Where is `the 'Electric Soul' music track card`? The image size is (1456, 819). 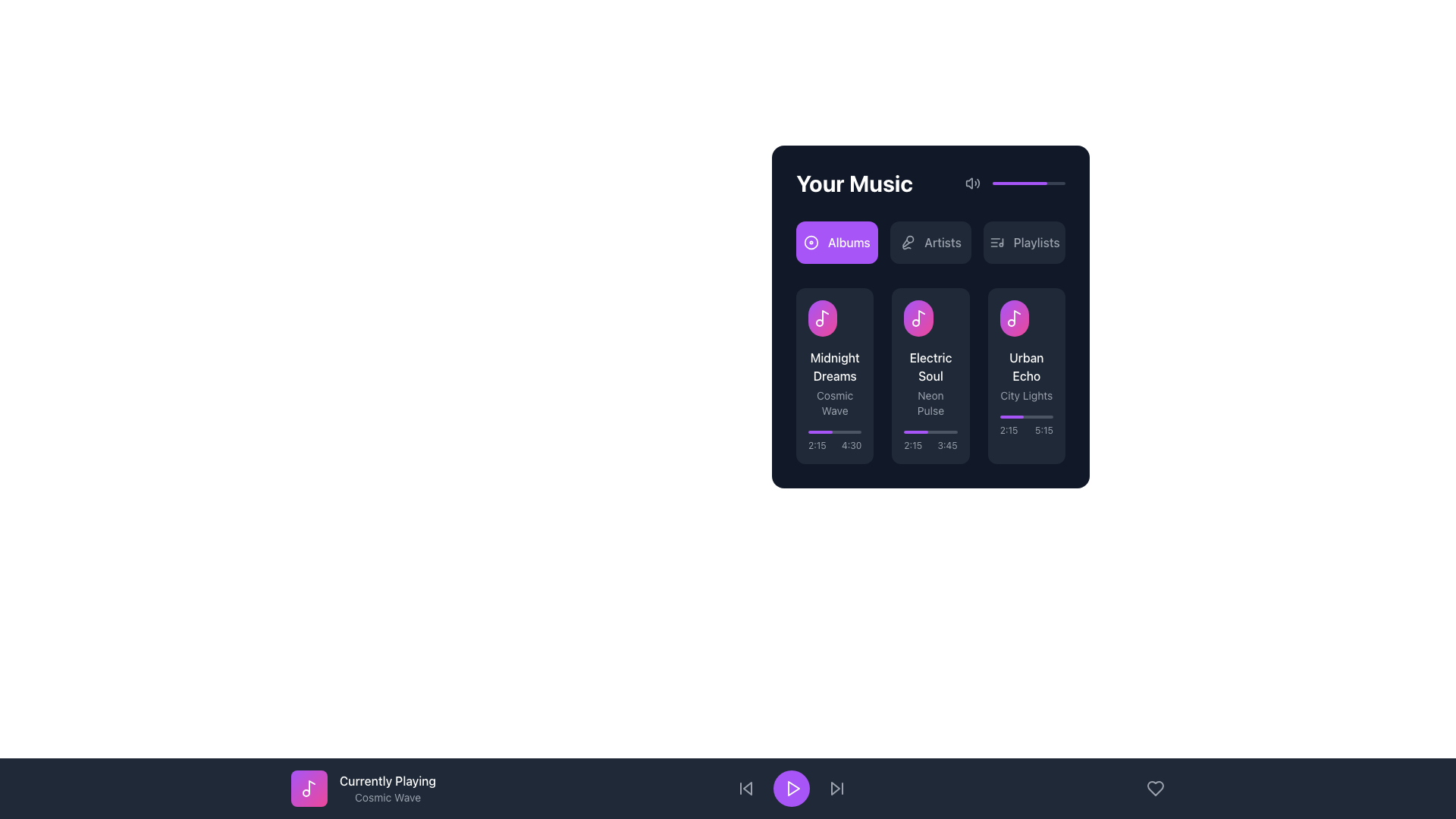
the 'Electric Soul' music track card is located at coordinates (930, 375).